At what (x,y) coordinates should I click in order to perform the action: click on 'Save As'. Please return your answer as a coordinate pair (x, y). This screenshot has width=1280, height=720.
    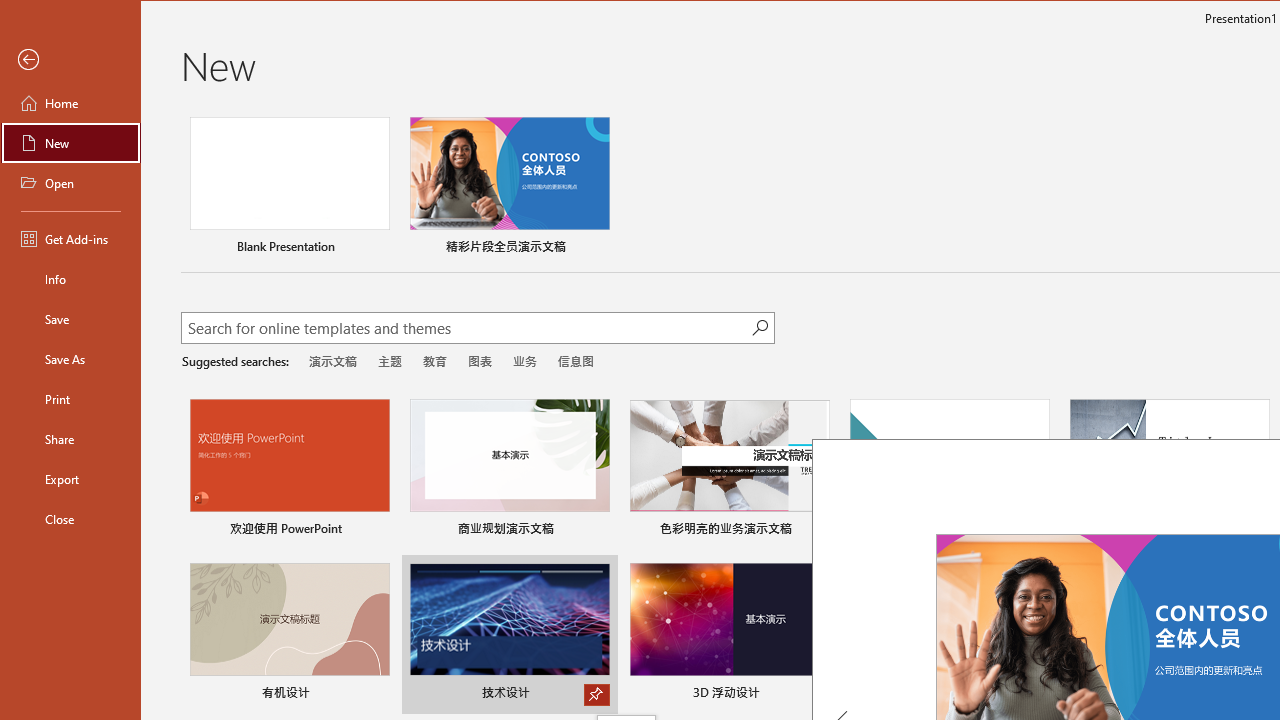
    Looking at the image, I should click on (71, 357).